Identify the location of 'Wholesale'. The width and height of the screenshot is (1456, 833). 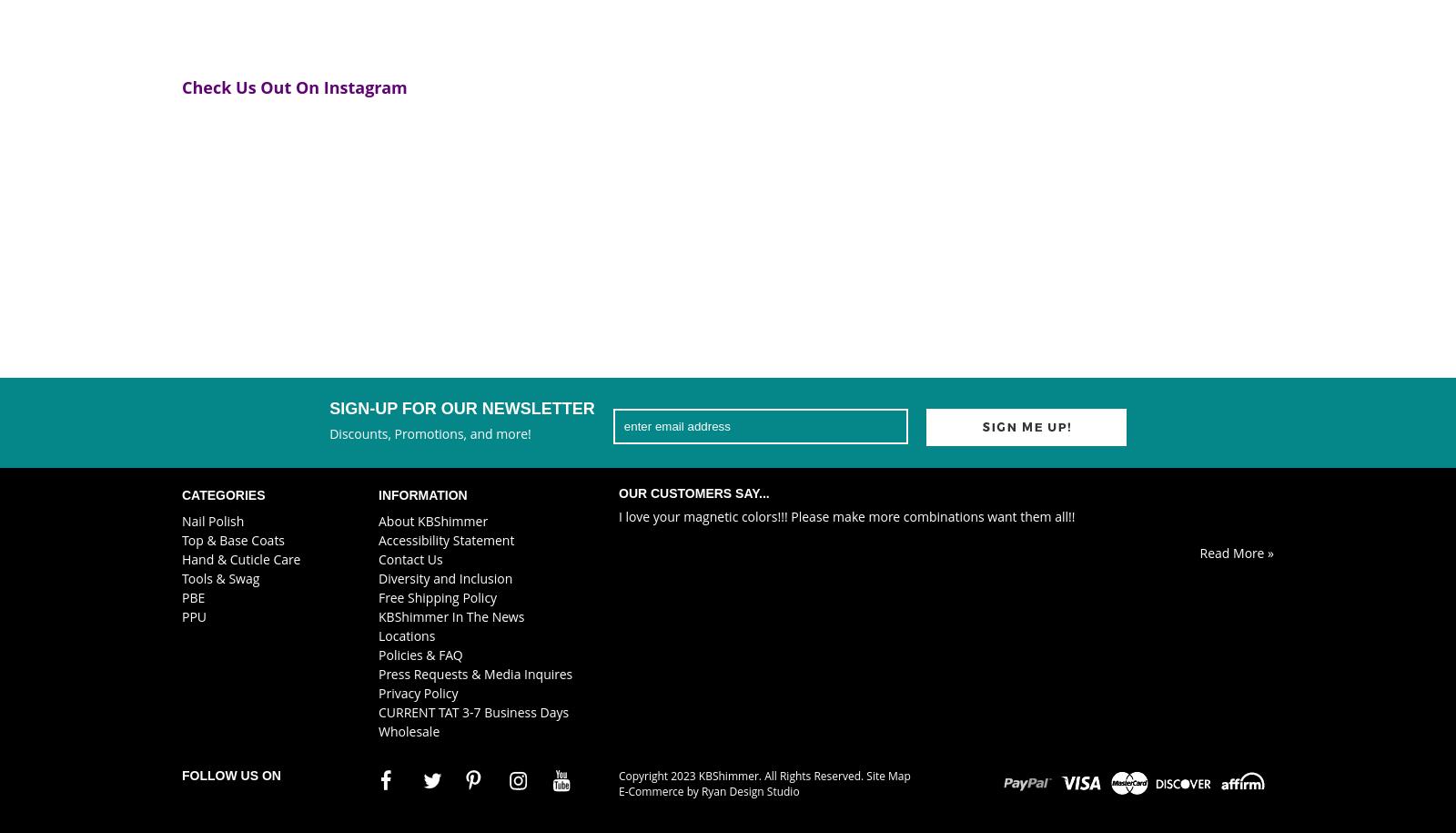
(408, 729).